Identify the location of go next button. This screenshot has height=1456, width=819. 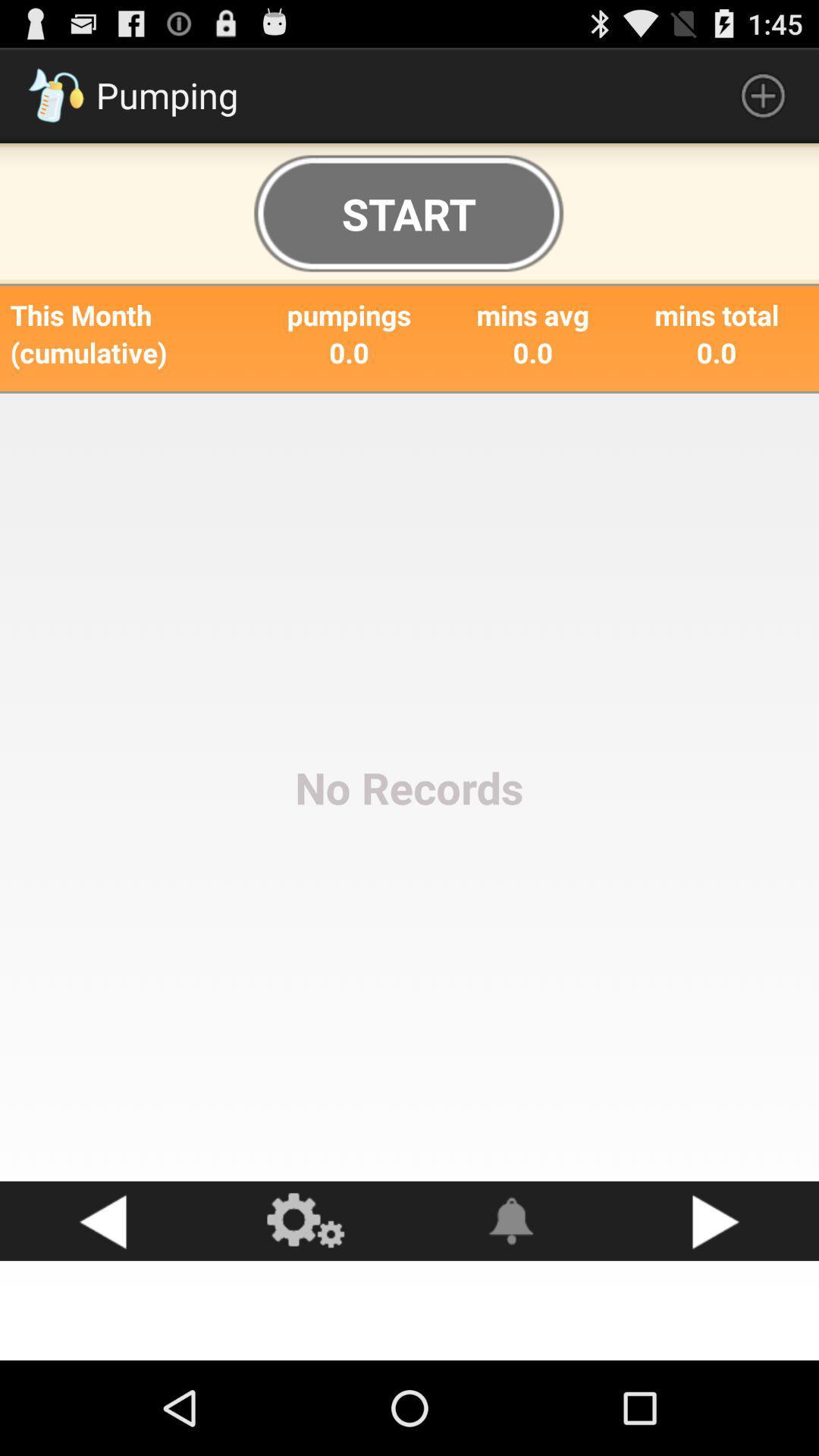
(717, 1221).